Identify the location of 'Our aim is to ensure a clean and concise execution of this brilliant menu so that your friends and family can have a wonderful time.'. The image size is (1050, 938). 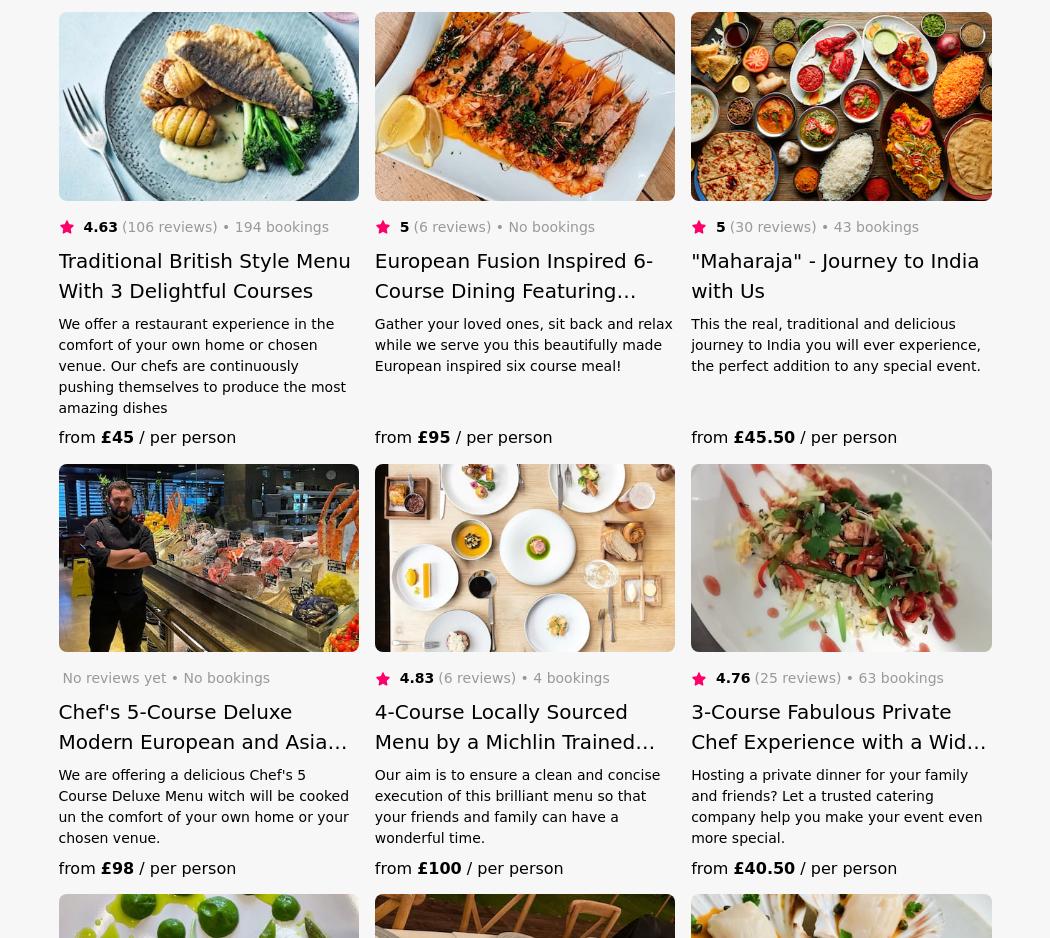
(516, 806).